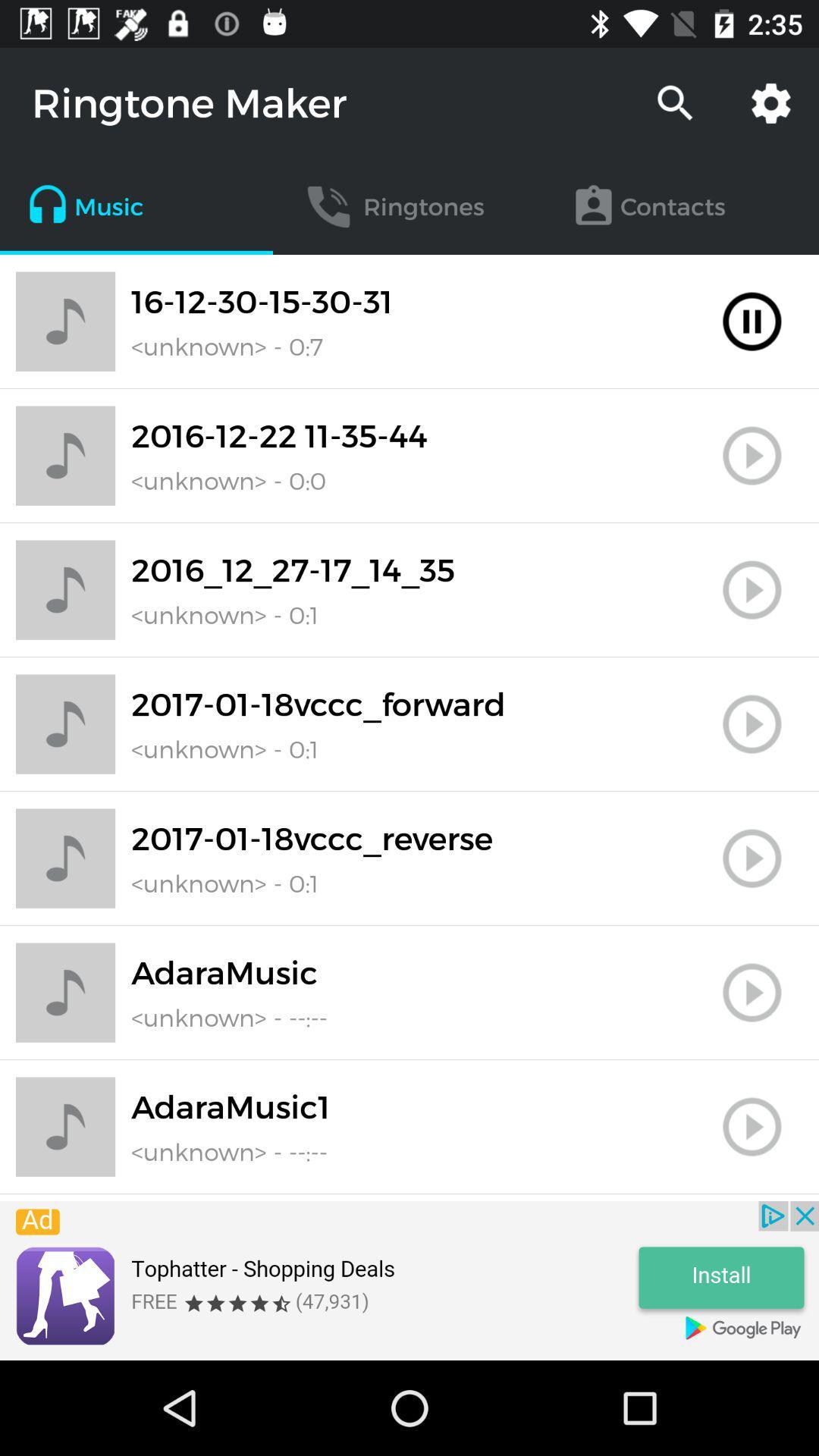 The image size is (819, 1456). What do you see at coordinates (752, 993) in the screenshot?
I see `pay option` at bounding box center [752, 993].